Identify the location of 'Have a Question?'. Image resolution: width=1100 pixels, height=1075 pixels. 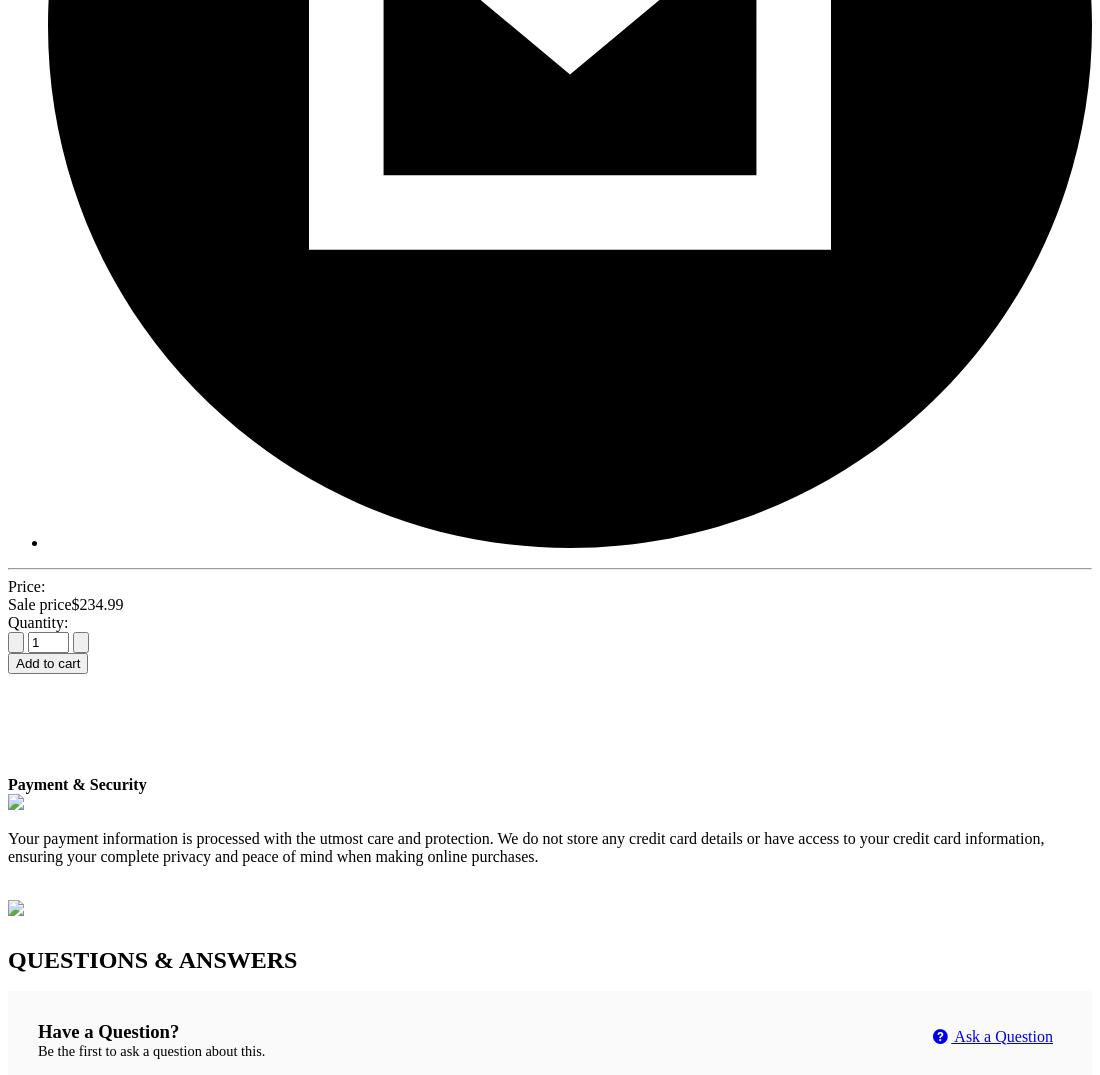
(36, 1031).